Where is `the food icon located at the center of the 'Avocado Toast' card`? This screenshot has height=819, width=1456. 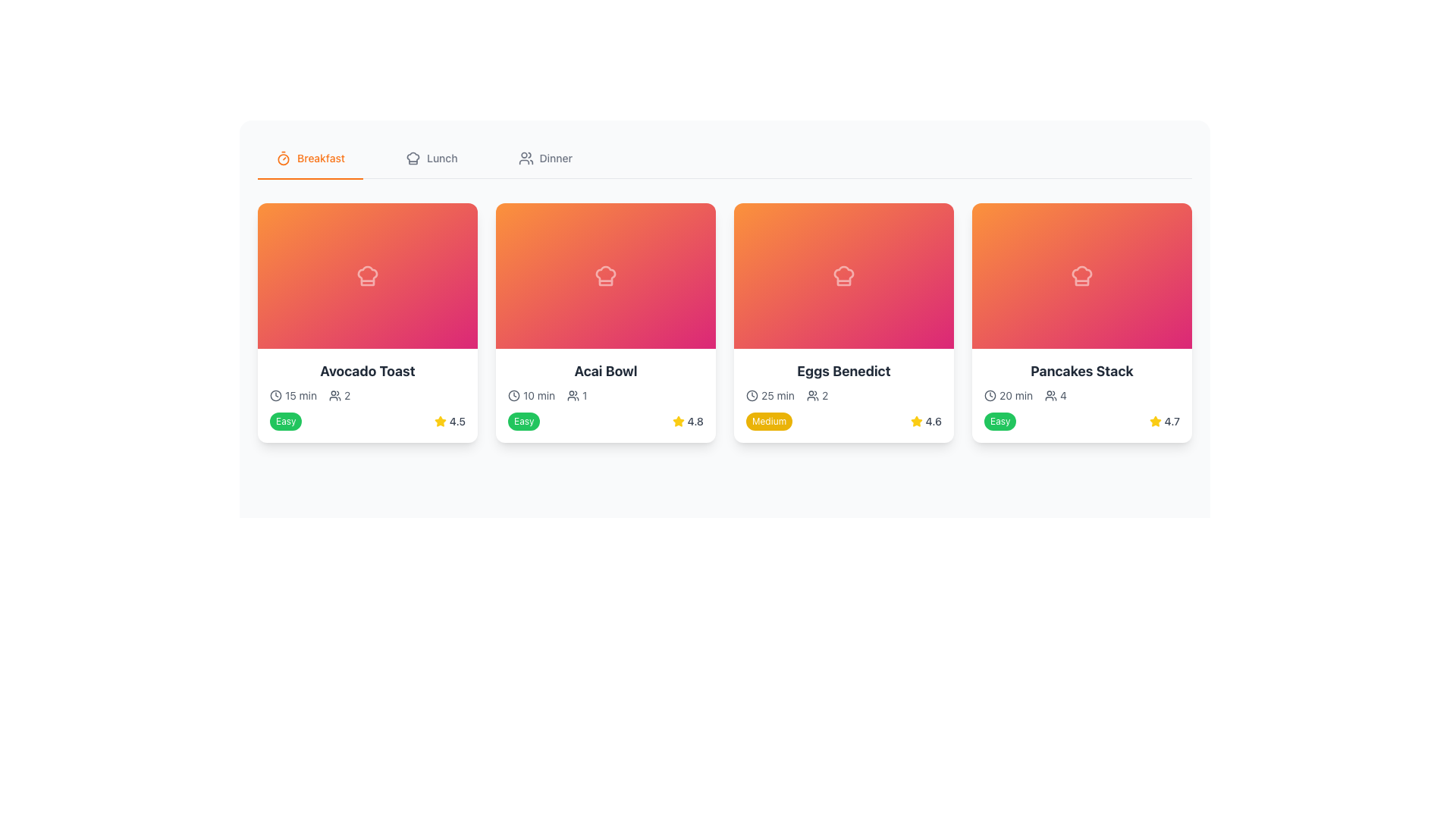
the food icon located at the center of the 'Avocado Toast' card is located at coordinates (413, 158).